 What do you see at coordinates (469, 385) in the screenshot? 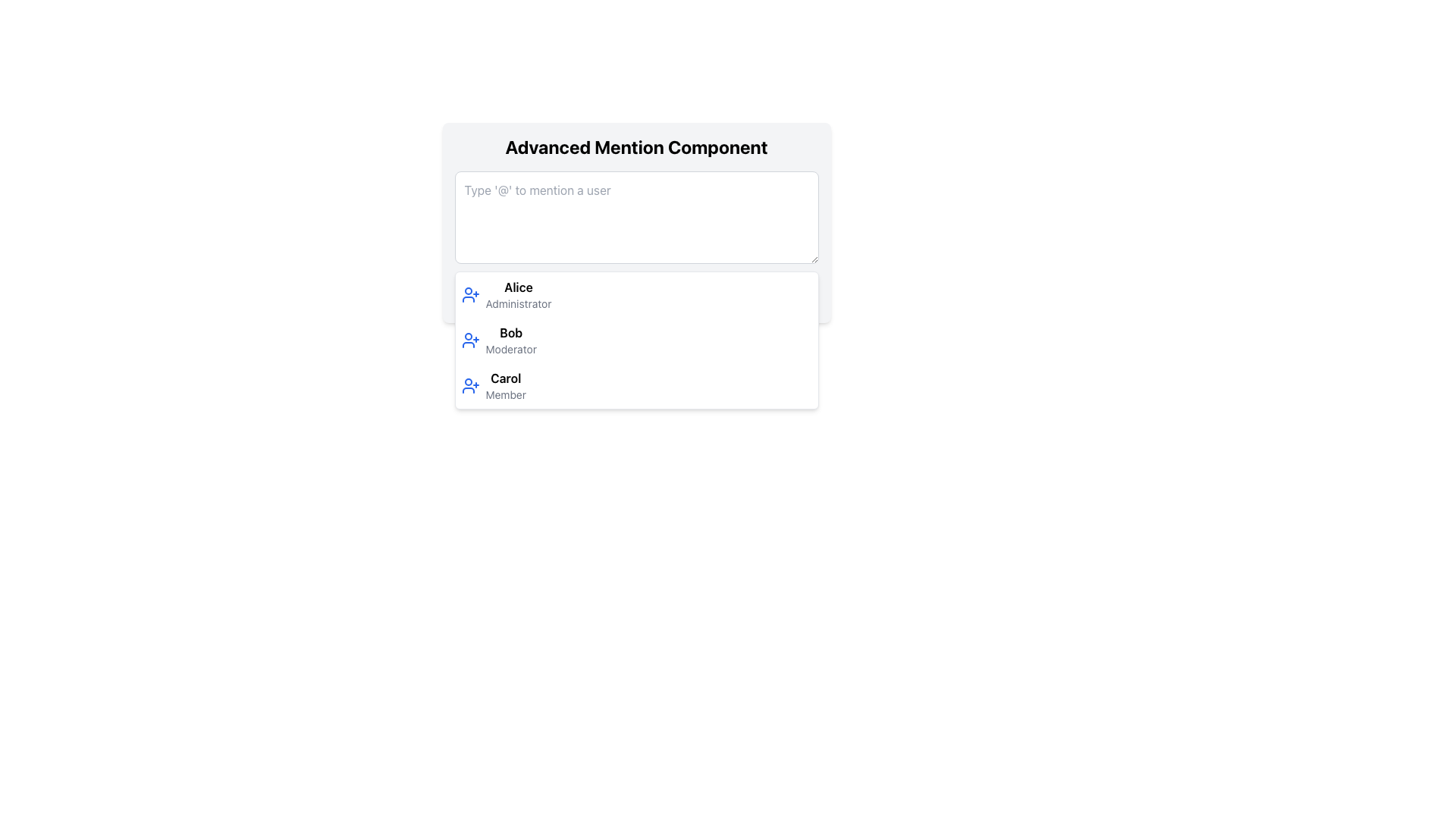
I see `the blue person icon with a plus sign located to the left of the text 'Carol' in the third list item of the dropdown panel` at bounding box center [469, 385].